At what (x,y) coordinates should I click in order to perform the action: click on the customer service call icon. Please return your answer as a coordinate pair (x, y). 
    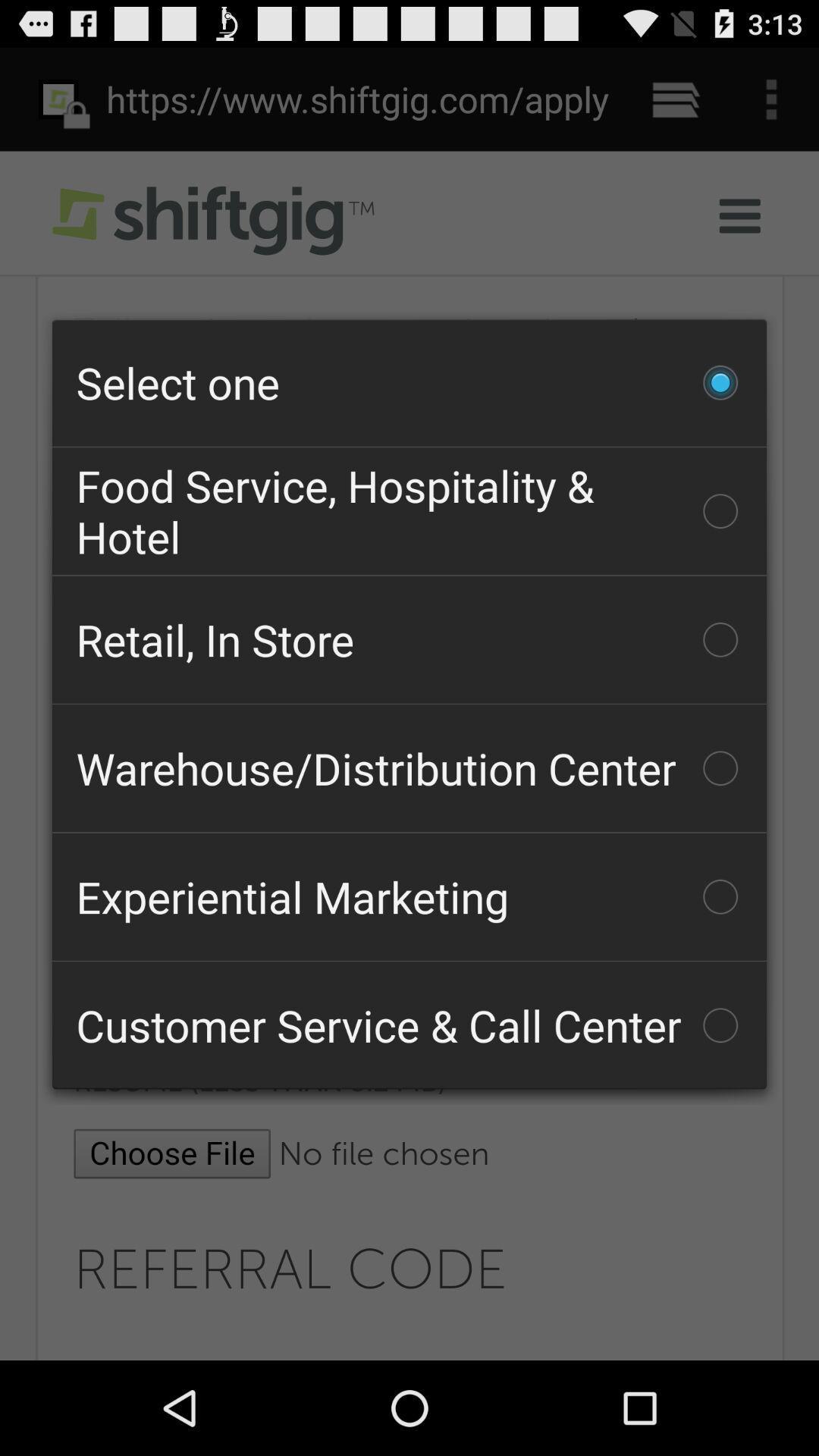
    Looking at the image, I should click on (409, 1025).